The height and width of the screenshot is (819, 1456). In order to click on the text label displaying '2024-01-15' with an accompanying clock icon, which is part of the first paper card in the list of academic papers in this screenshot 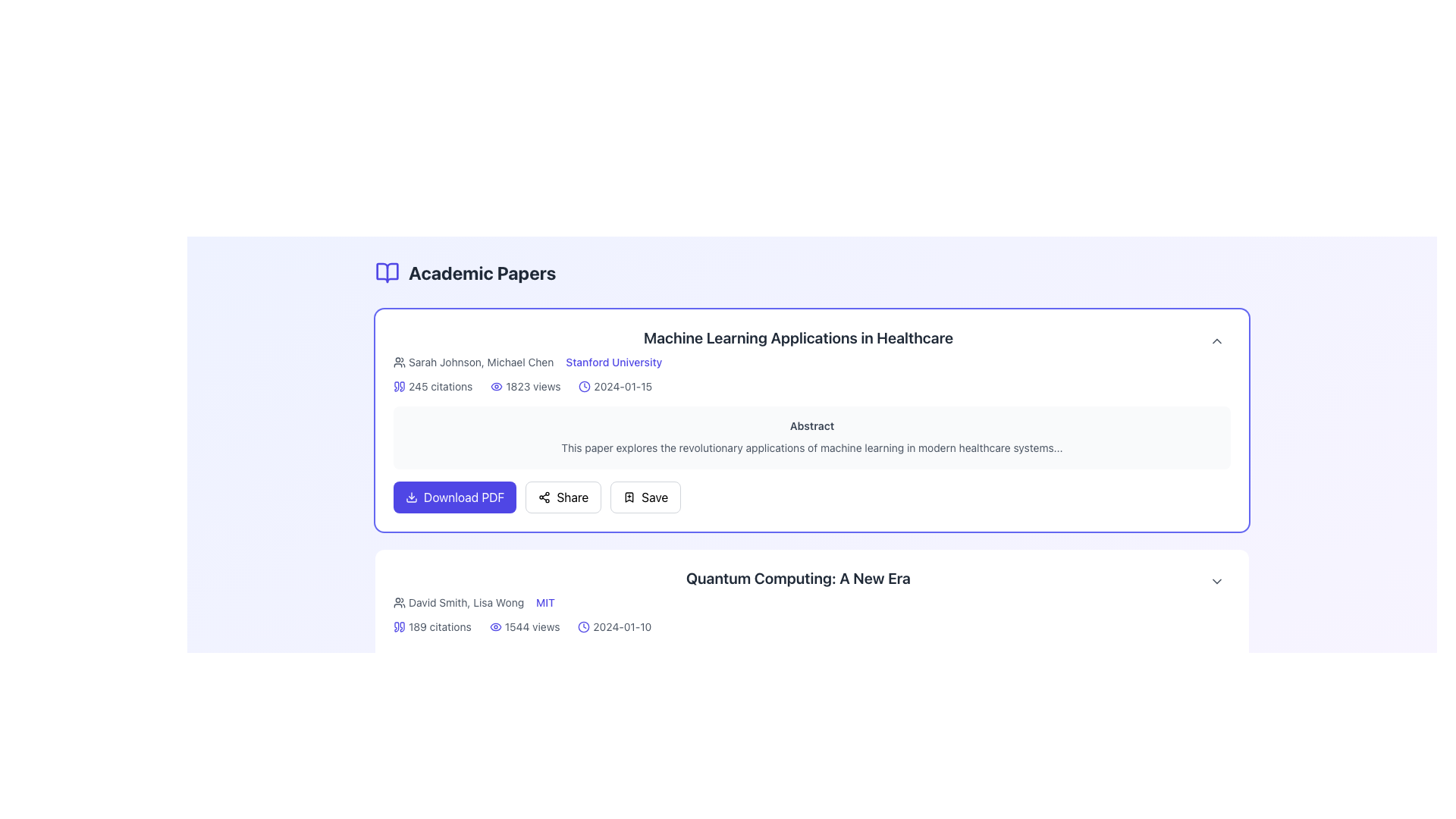, I will do `click(615, 385)`.